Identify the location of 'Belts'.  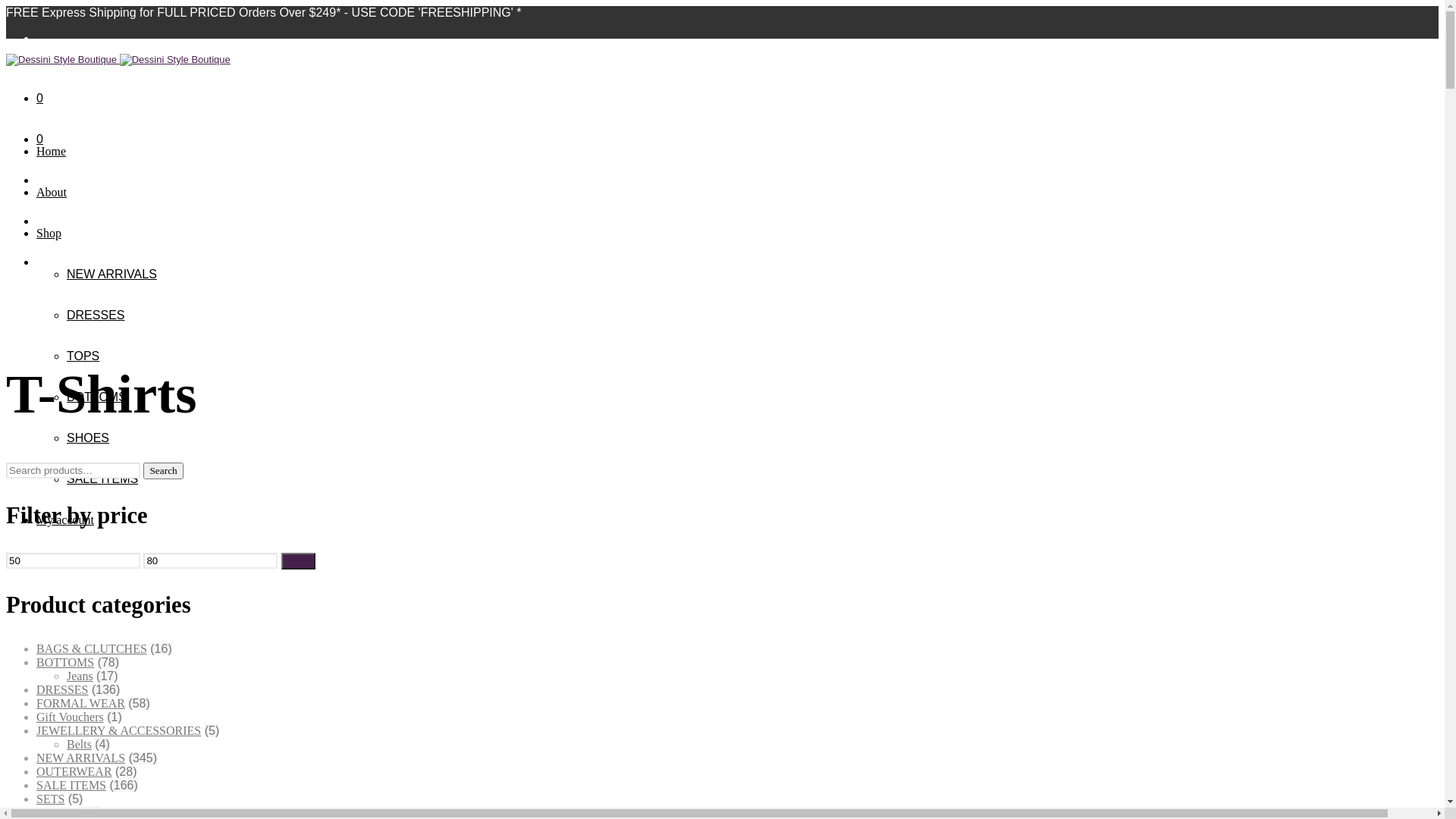
(78, 743).